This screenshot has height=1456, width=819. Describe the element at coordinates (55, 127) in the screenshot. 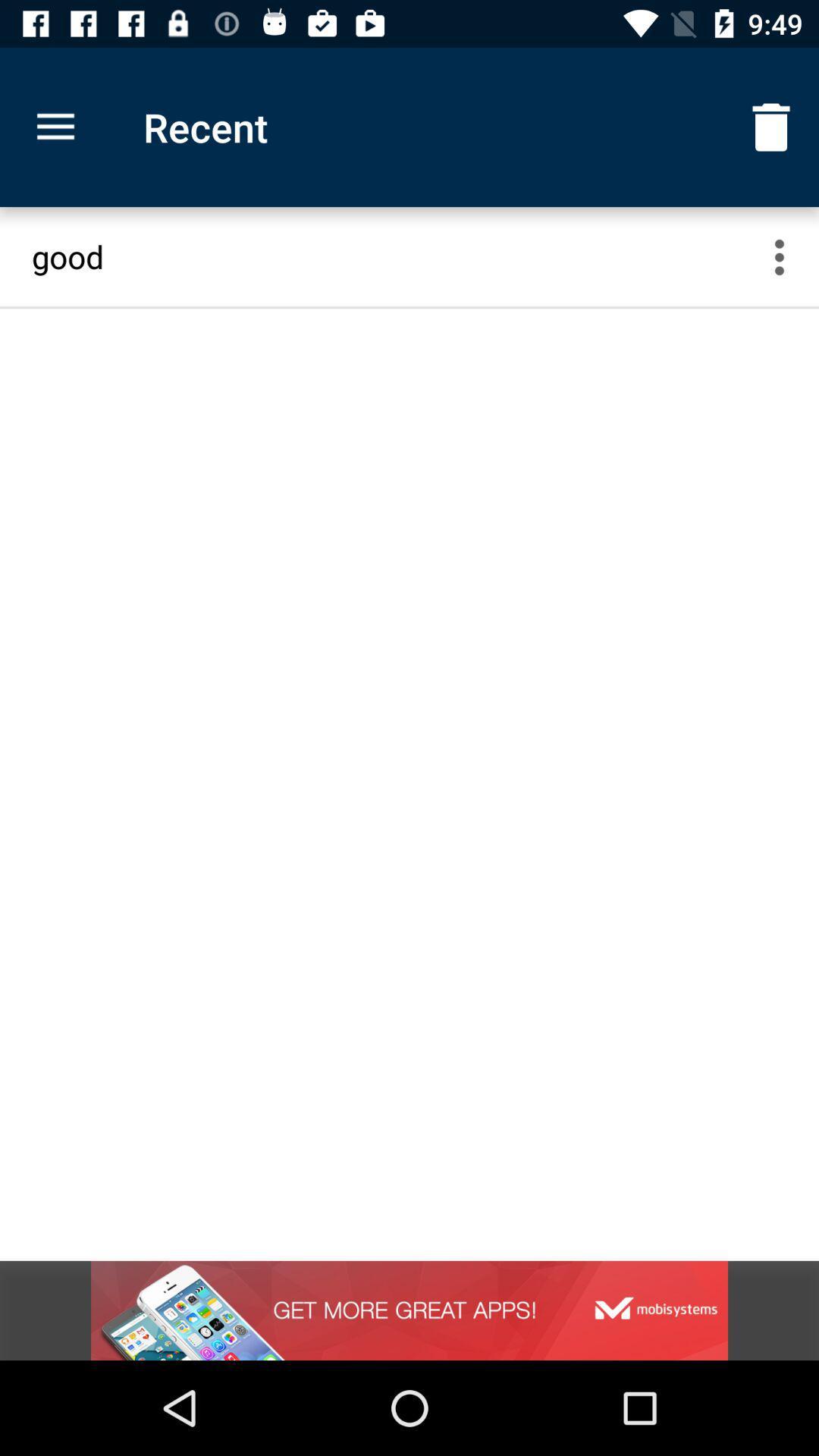

I see `icon to the left of recent icon` at that location.